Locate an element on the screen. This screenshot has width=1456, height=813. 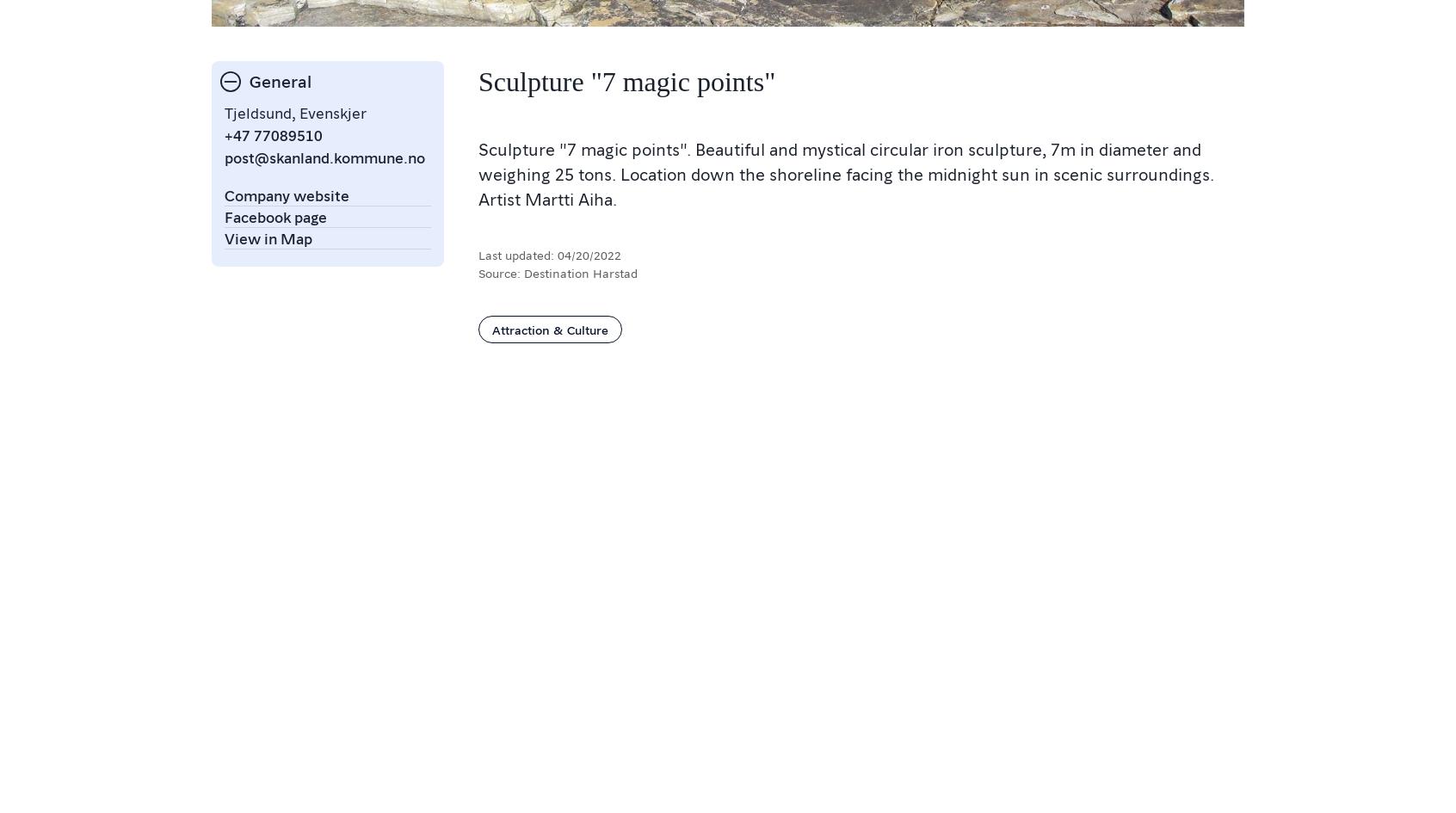
'Attraction & Culture' is located at coordinates (550, 327).